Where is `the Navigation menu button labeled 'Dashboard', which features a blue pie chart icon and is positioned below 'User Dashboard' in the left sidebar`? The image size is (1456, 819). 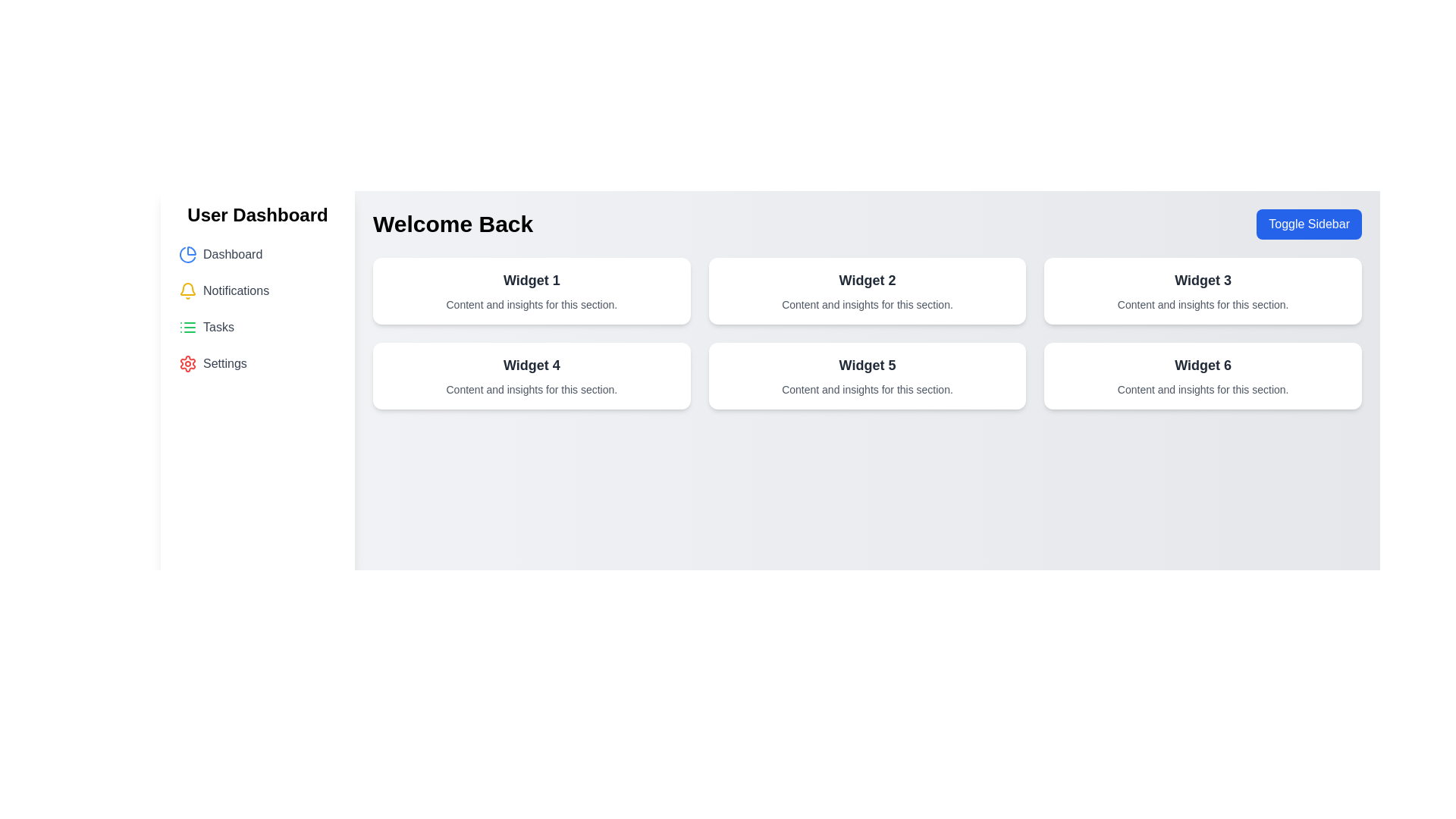 the Navigation menu button labeled 'Dashboard', which features a blue pie chart icon and is positioned below 'User Dashboard' in the left sidebar is located at coordinates (258, 253).